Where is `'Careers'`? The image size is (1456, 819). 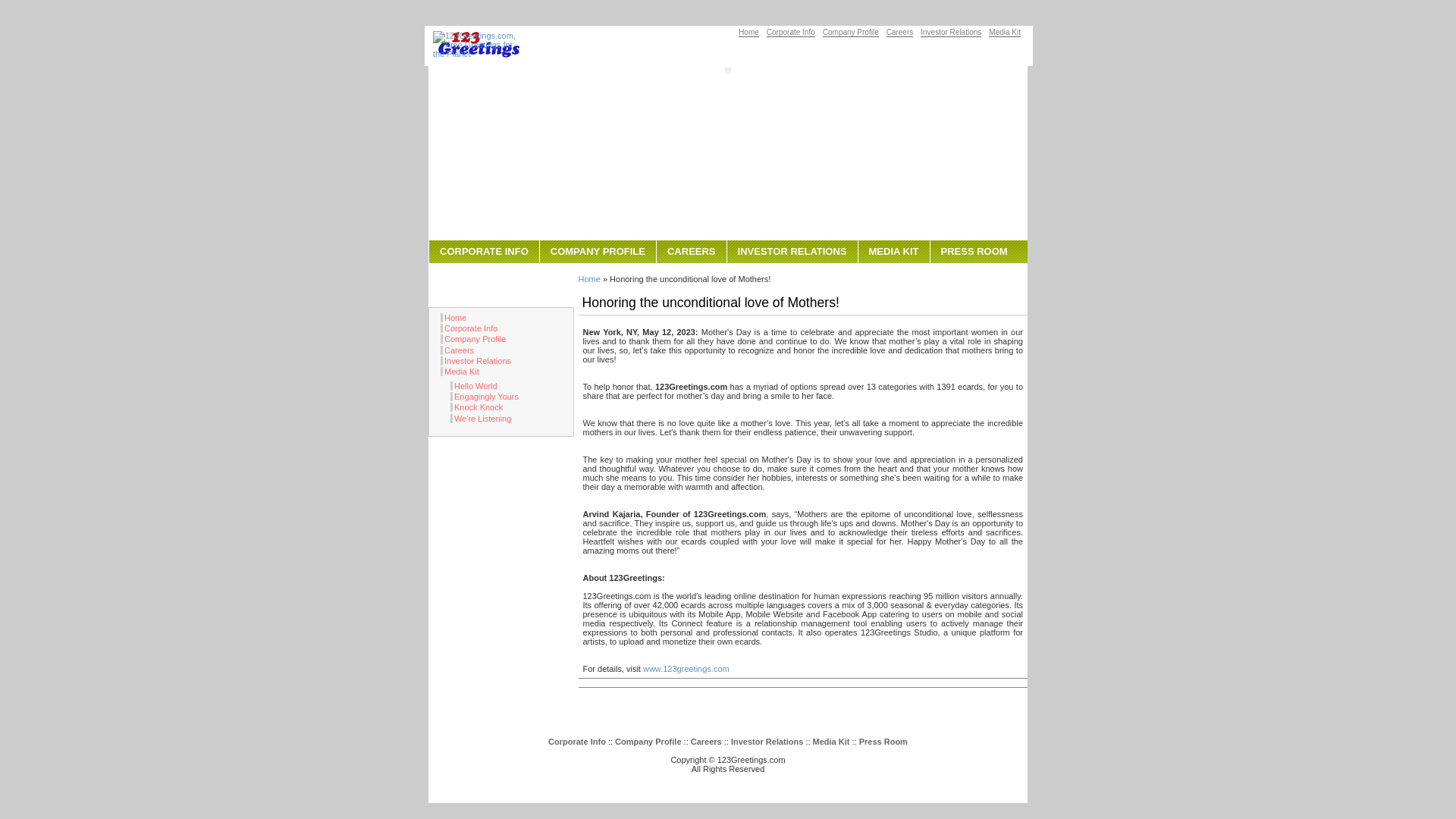
'Careers' is located at coordinates (457, 350).